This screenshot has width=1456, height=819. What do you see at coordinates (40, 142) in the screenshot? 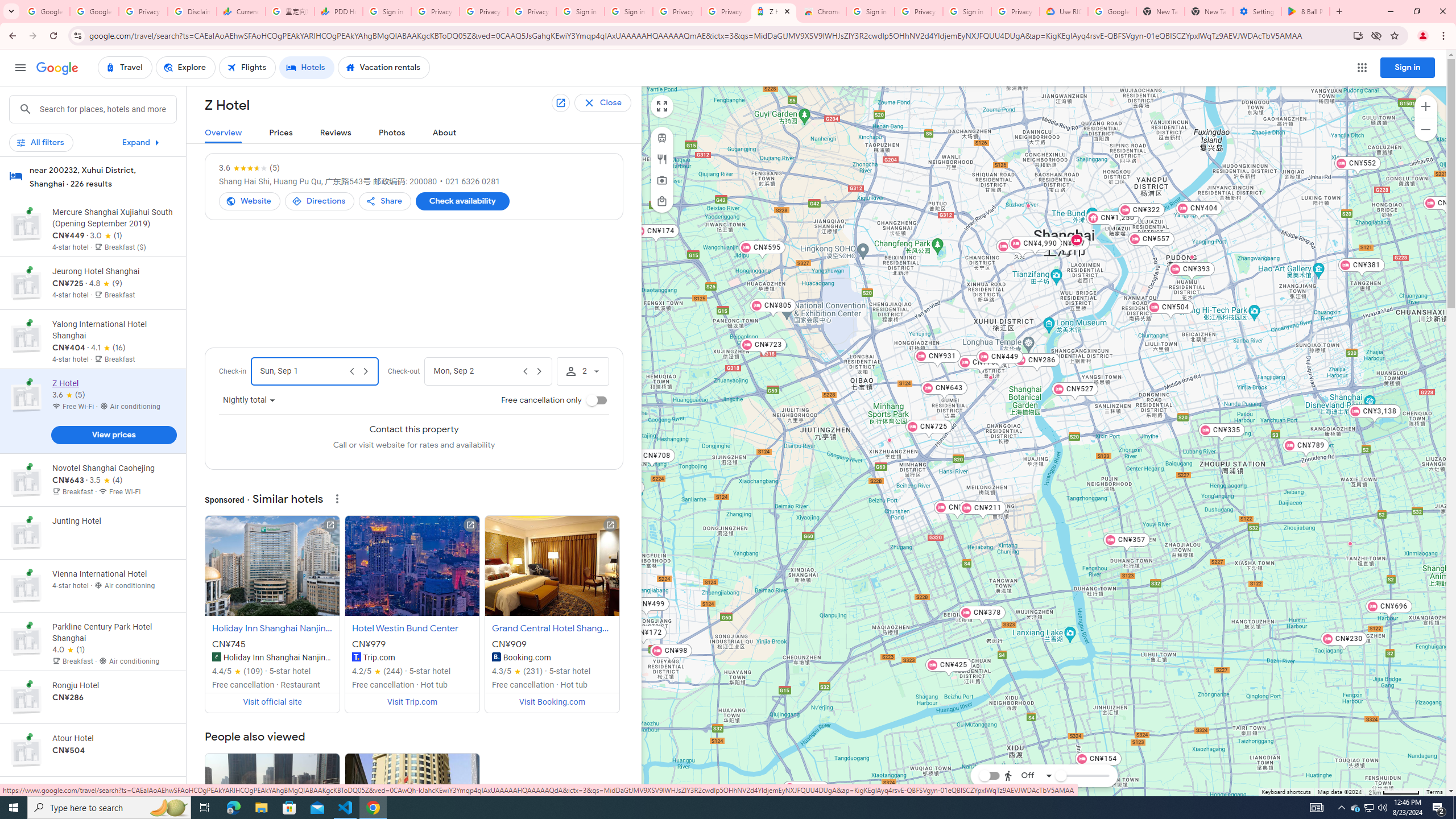
I see `'All filters'` at bounding box center [40, 142].